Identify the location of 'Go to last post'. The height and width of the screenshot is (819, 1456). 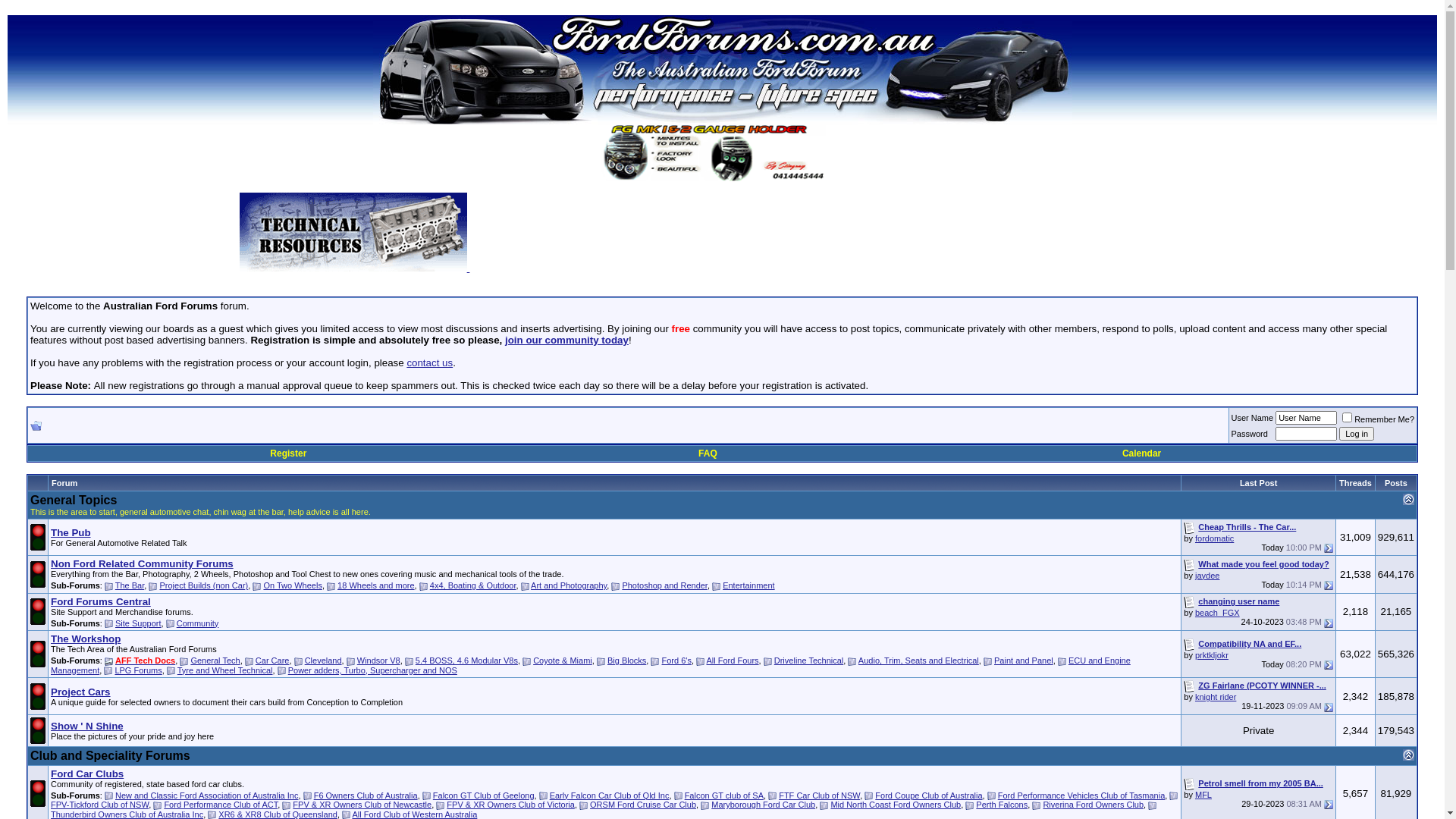
(1328, 623).